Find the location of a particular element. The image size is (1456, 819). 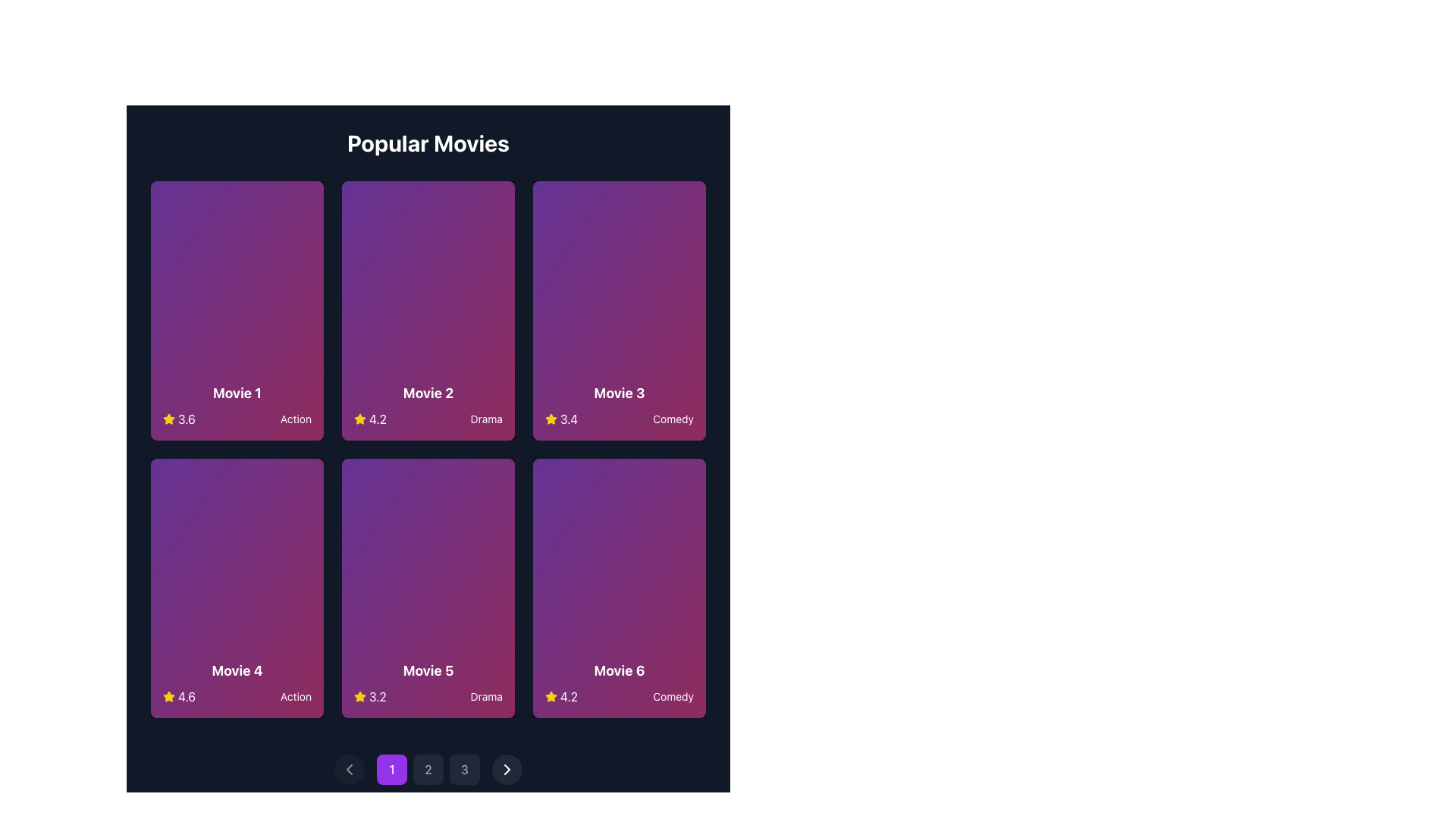

details of the text label displaying 'Movie 6' in bold white font, located at the bottom of a gradient purple background card in the lower right corner of the grid is located at coordinates (619, 670).